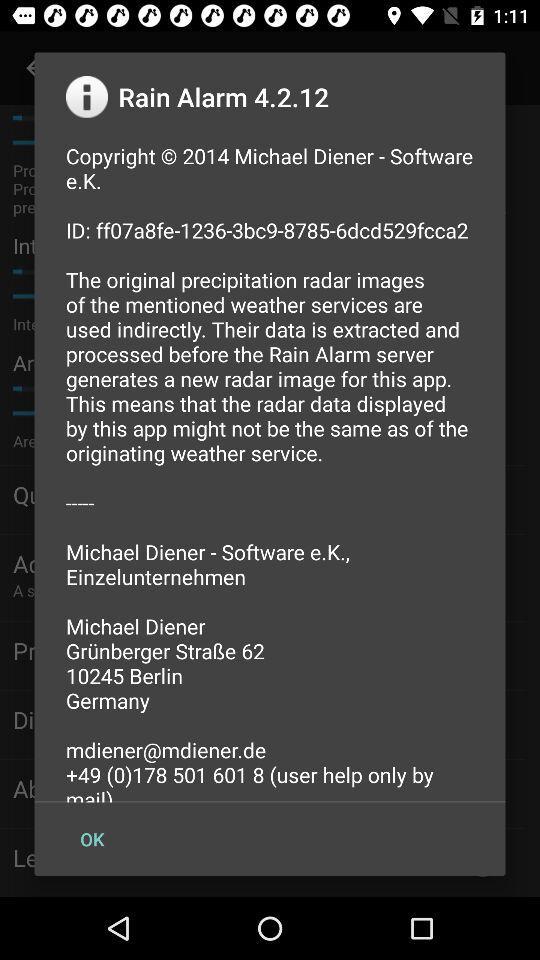  Describe the element at coordinates (91, 839) in the screenshot. I see `the ok` at that location.